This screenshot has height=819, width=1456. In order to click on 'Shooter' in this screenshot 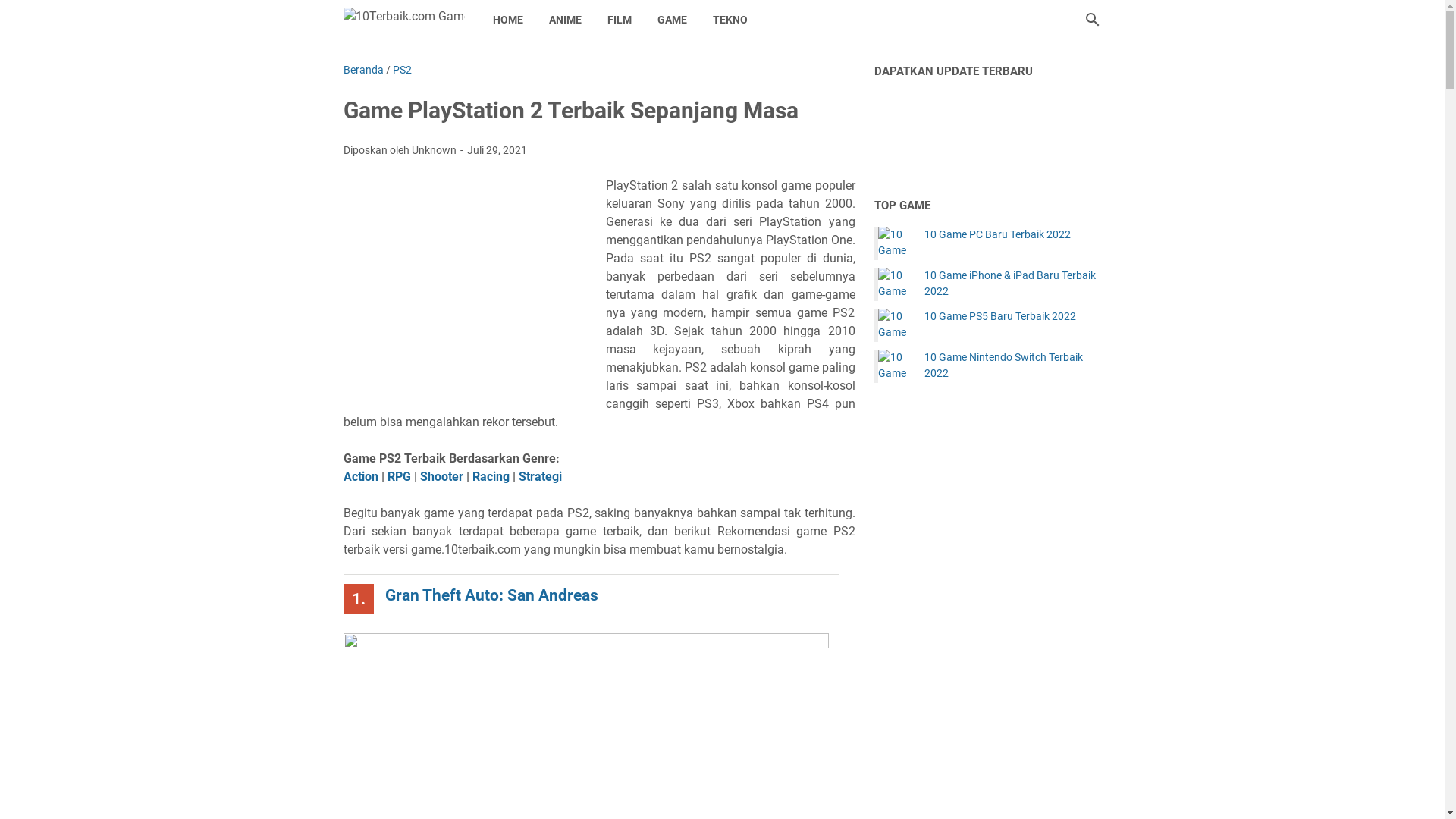, I will do `click(441, 475)`.